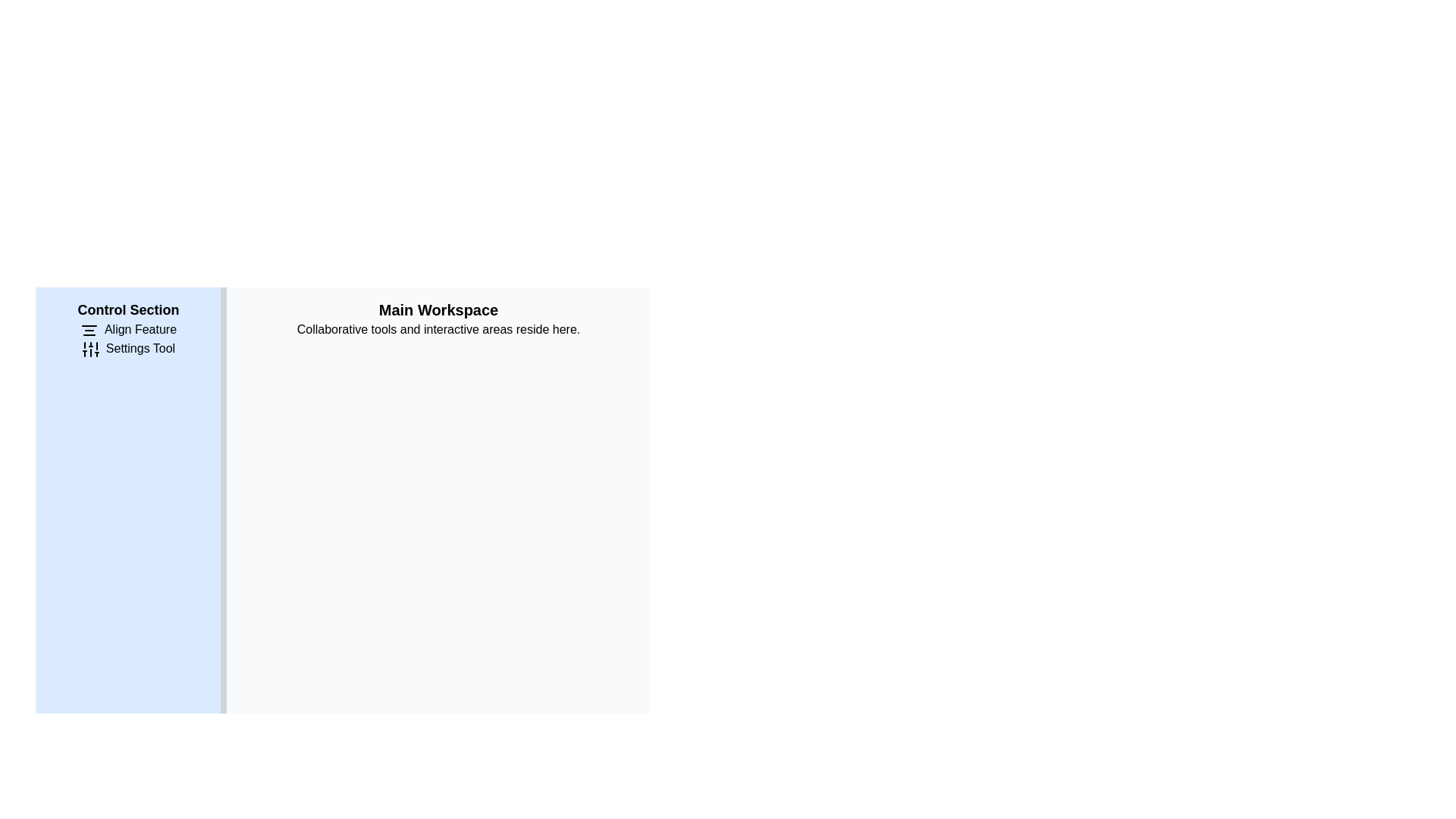 This screenshot has width=1456, height=819. I want to click on the bold text label 'Control Section' located at the top-left of a blue panel, so click(128, 309).